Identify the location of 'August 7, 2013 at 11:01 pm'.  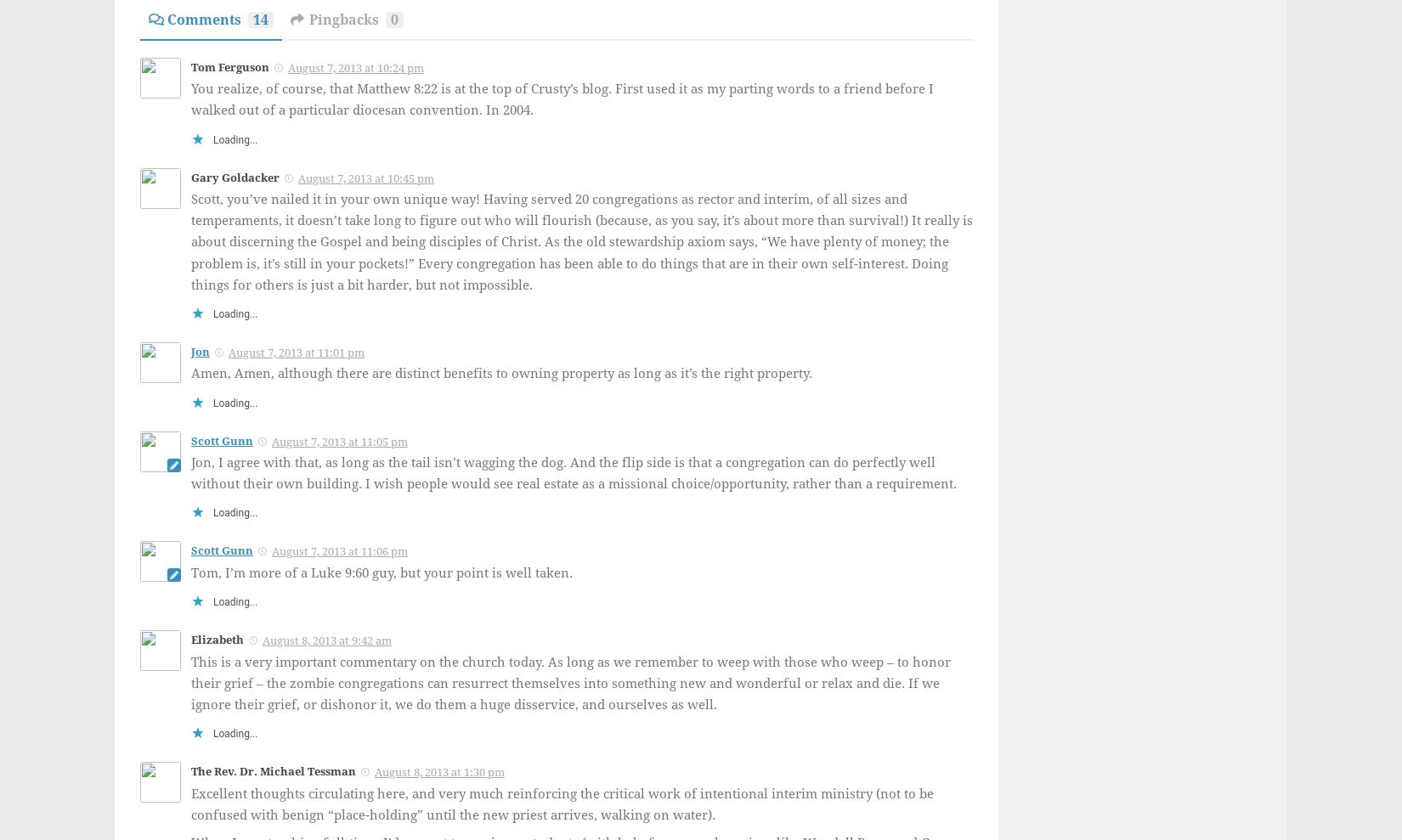
(296, 352).